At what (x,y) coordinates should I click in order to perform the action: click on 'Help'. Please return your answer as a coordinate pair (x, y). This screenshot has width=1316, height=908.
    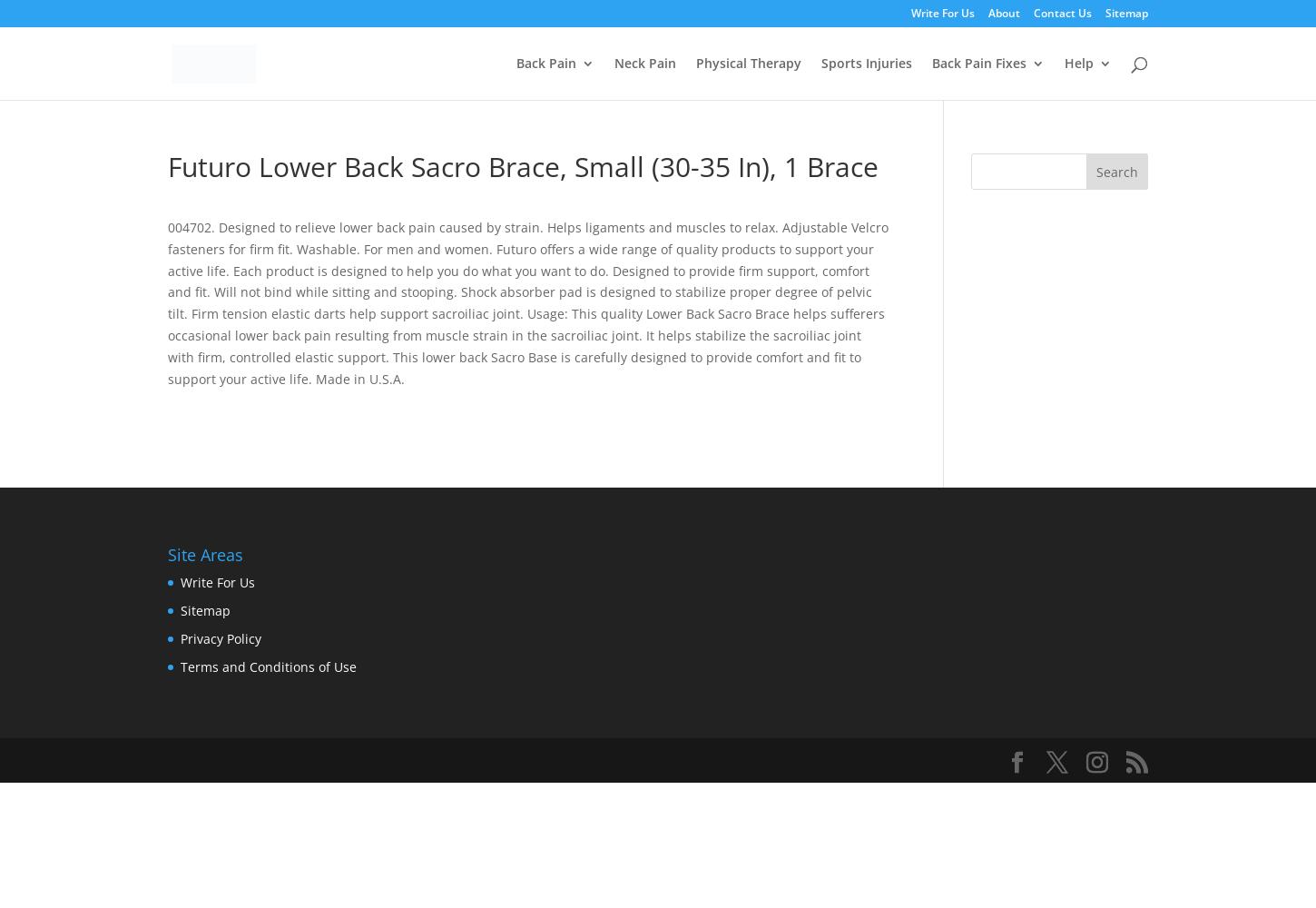
    Looking at the image, I should click on (1078, 62).